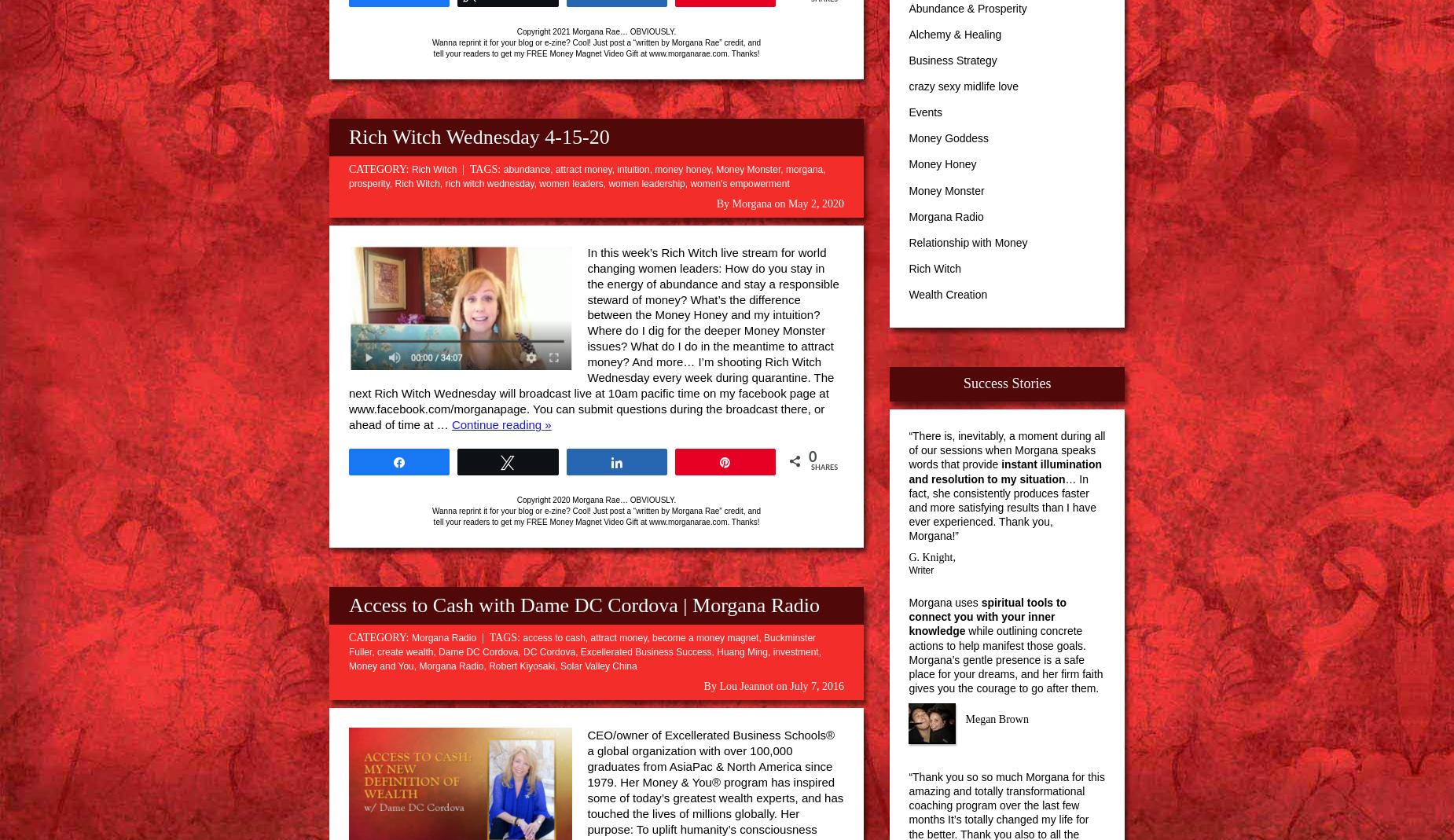  I want to click on 'Business Strategy', so click(951, 59).